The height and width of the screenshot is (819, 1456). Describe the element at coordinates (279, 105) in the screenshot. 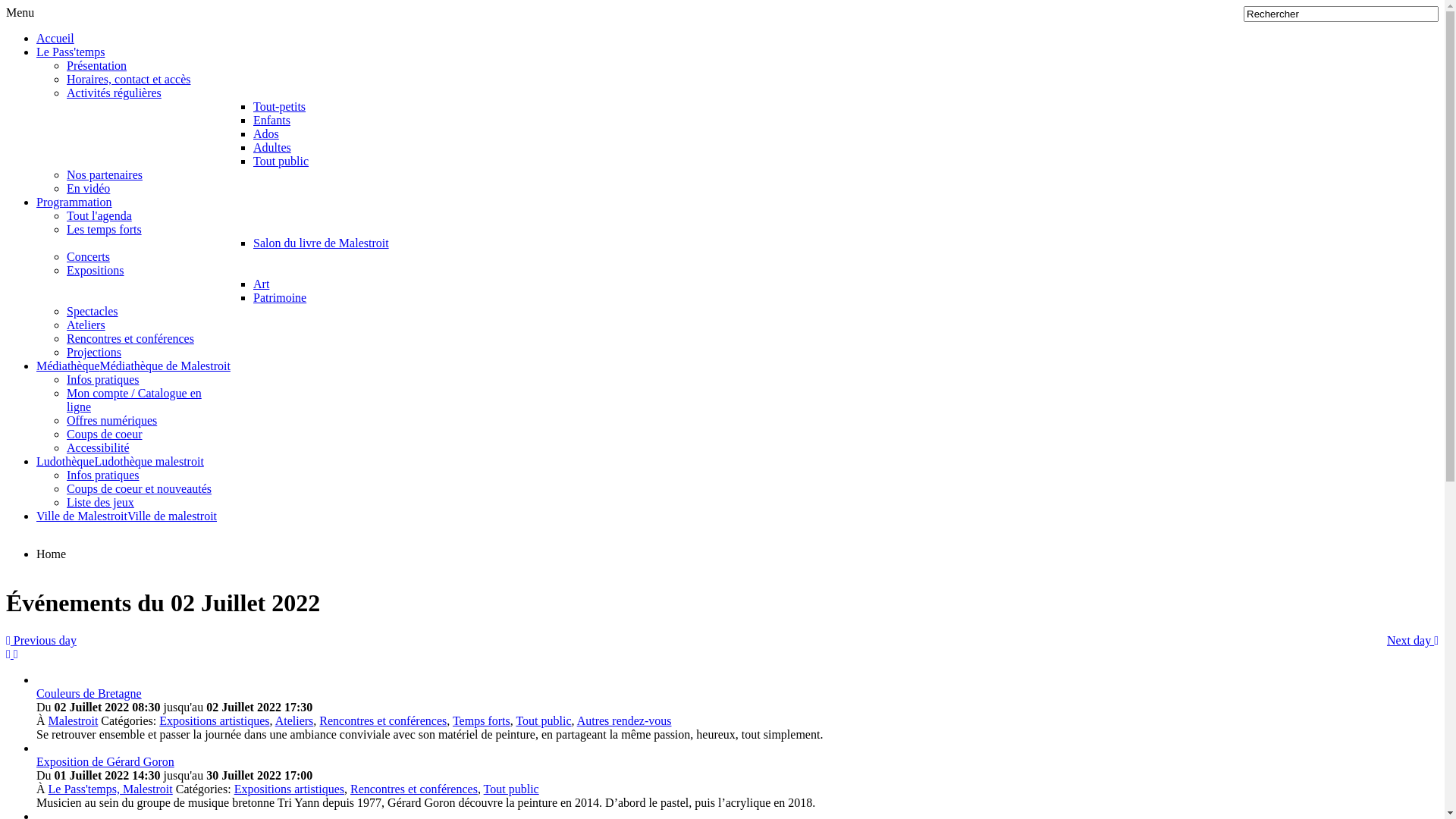

I see `'Tout-petits'` at that location.